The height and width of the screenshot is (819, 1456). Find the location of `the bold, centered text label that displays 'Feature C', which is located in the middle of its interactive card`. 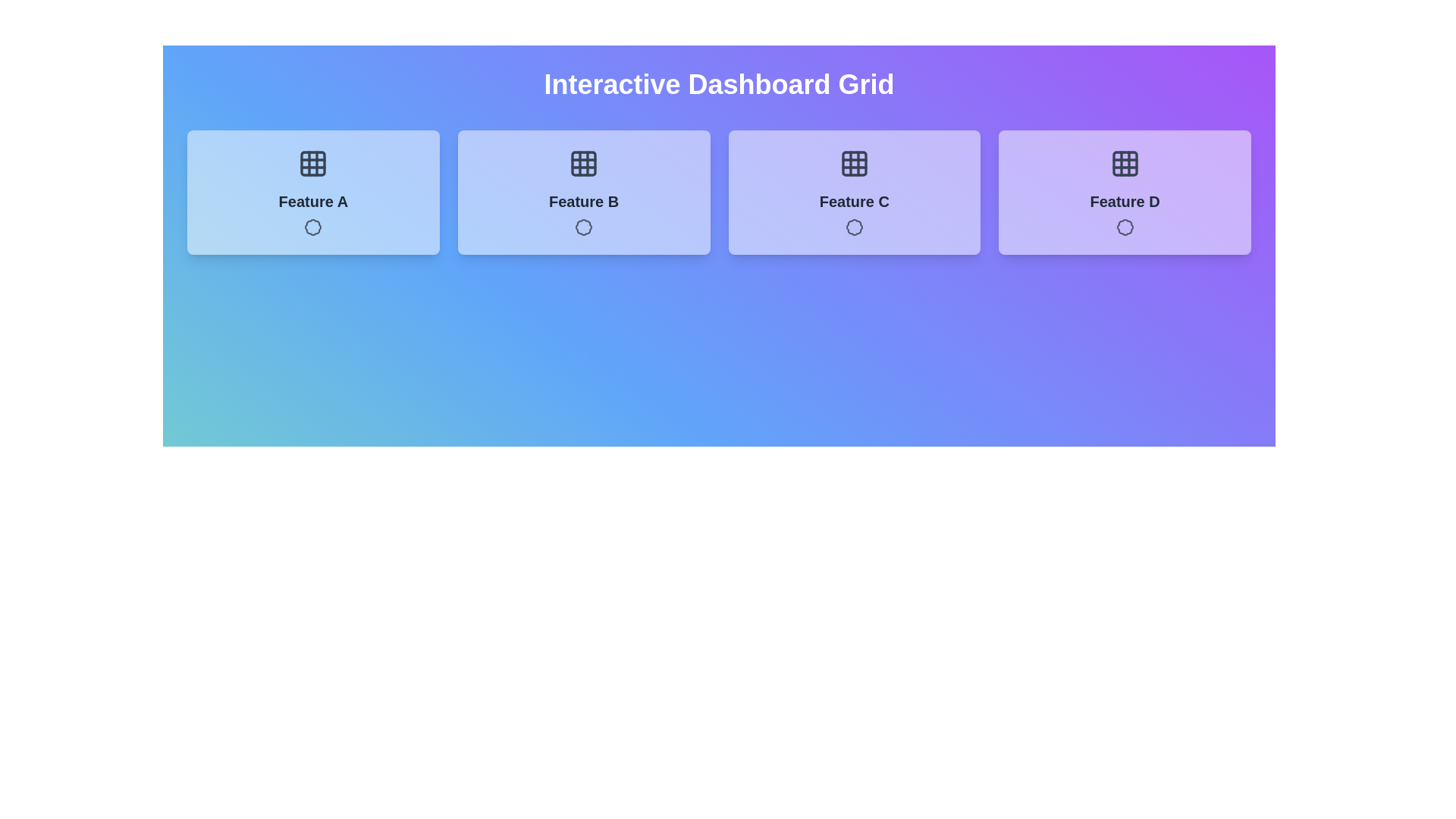

the bold, centered text label that displays 'Feature C', which is located in the middle of its interactive card is located at coordinates (854, 201).